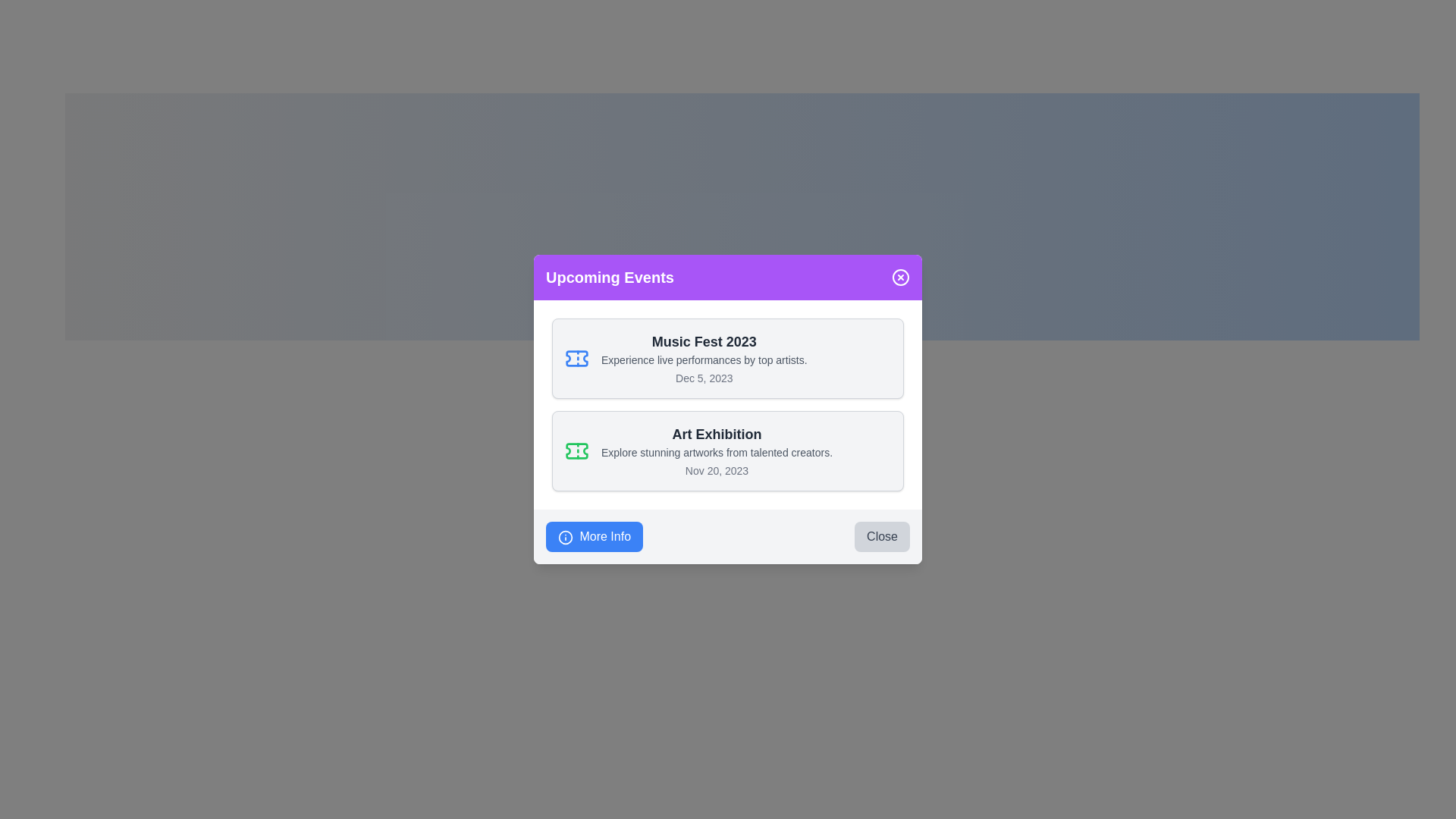 Image resolution: width=1456 pixels, height=819 pixels. Describe the element at coordinates (716, 452) in the screenshot. I see `the descriptive subtitle static text for the 'Art Exhibition' event, which is positioned beneath the title and above the date` at that location.